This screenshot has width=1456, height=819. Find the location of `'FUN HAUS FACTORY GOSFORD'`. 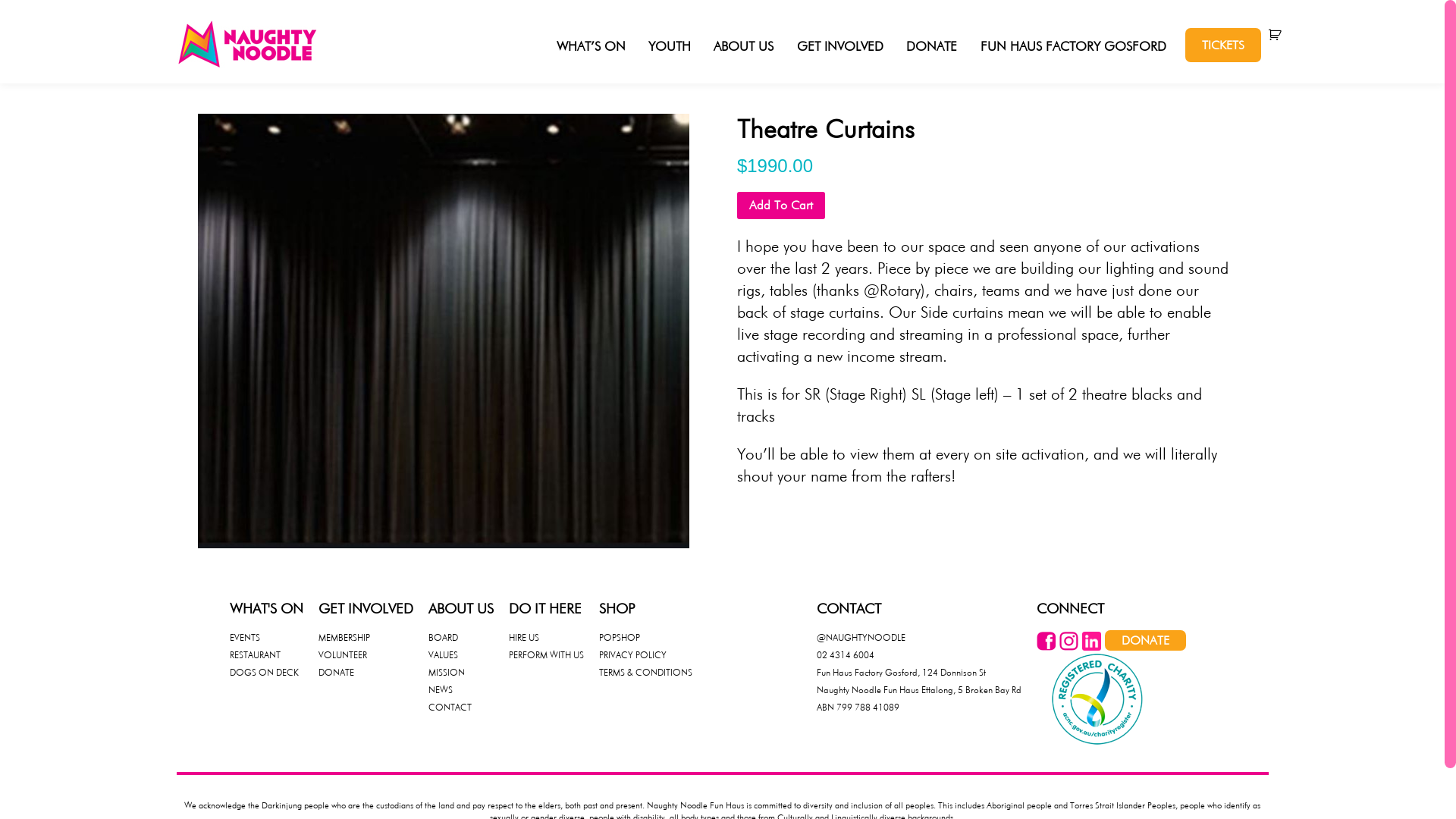

'FUN HAUS FACTORY GOSFORD' is located at coordinates (1072, 45).